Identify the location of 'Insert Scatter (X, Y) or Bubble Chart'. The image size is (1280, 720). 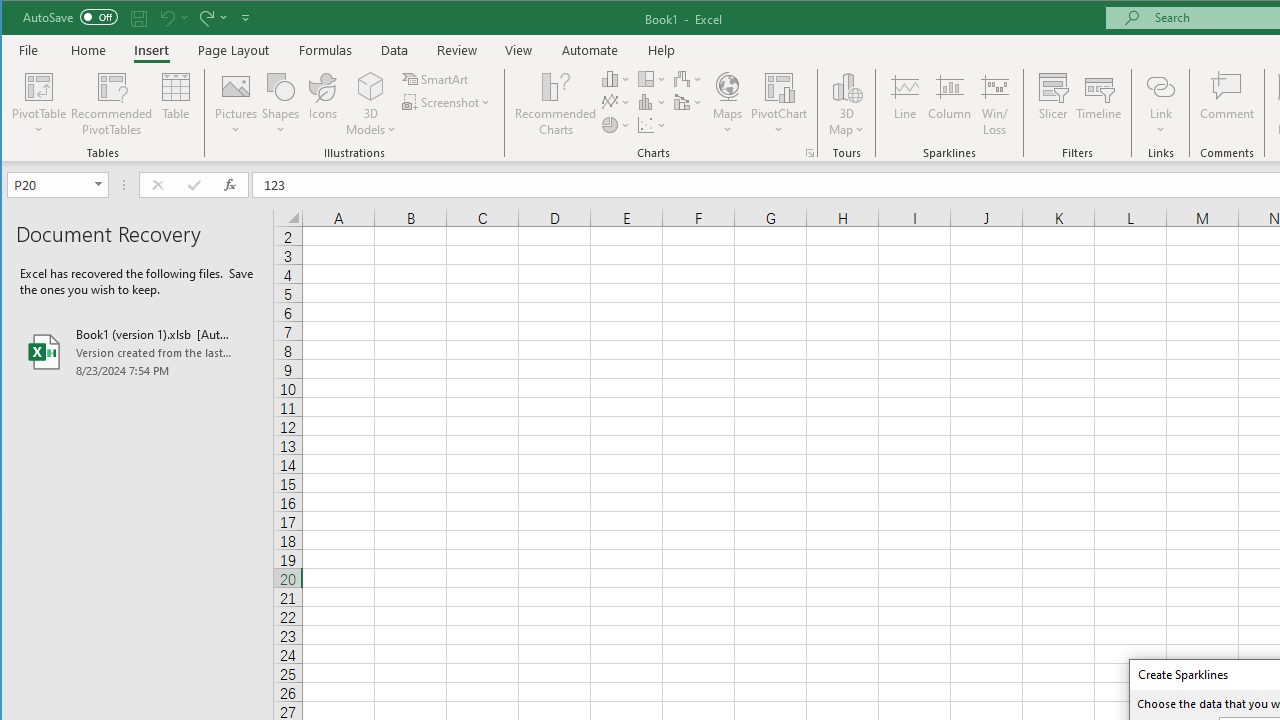
(652, 125).